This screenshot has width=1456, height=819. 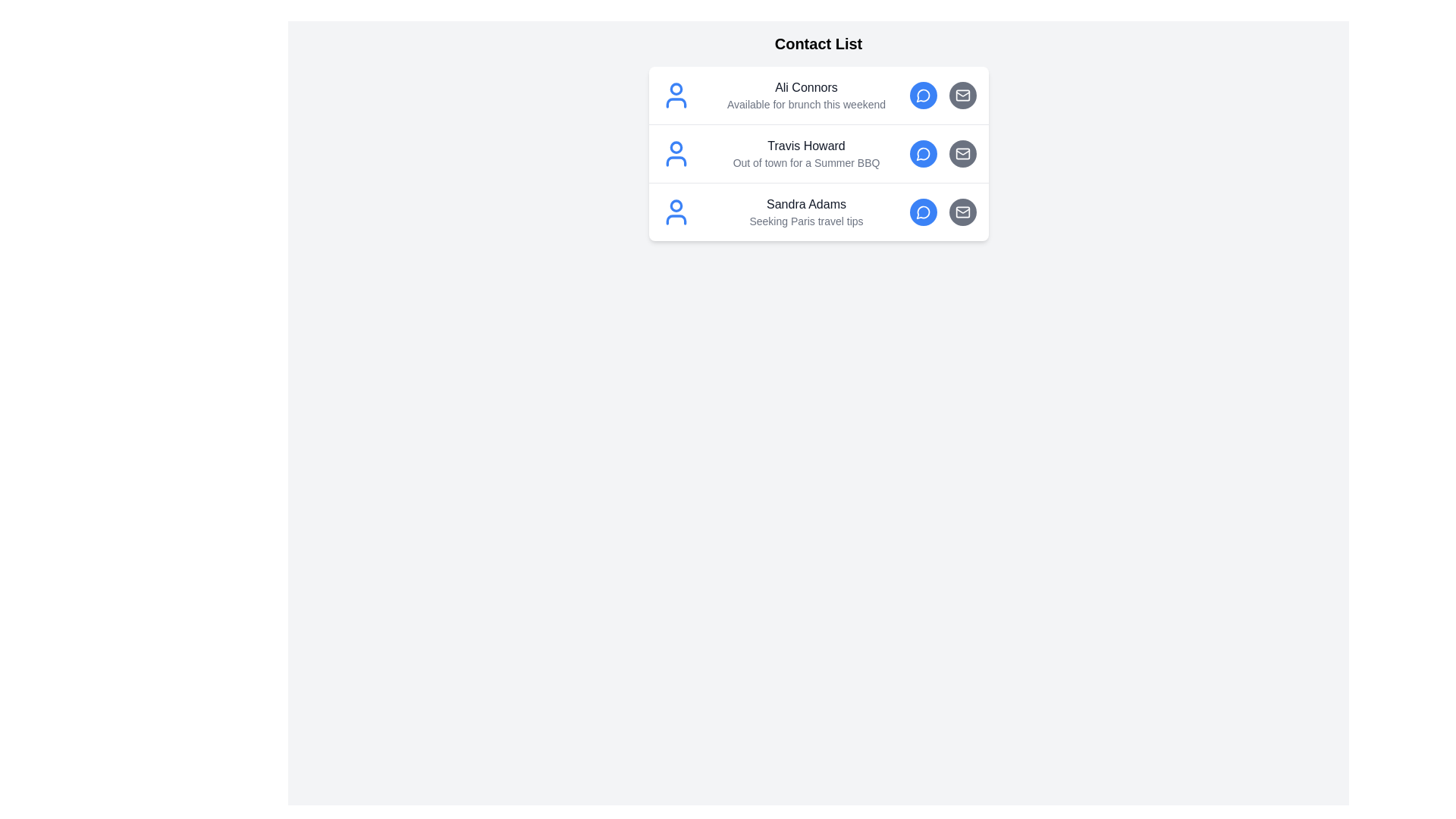 What do you see at coordinates (922, 212) in the screenshot?
I see `the blue circular button with a white message bubble icon located adjacent to 'Sandra Adams' in the contact listing interface` at bounding box center [922, 212].